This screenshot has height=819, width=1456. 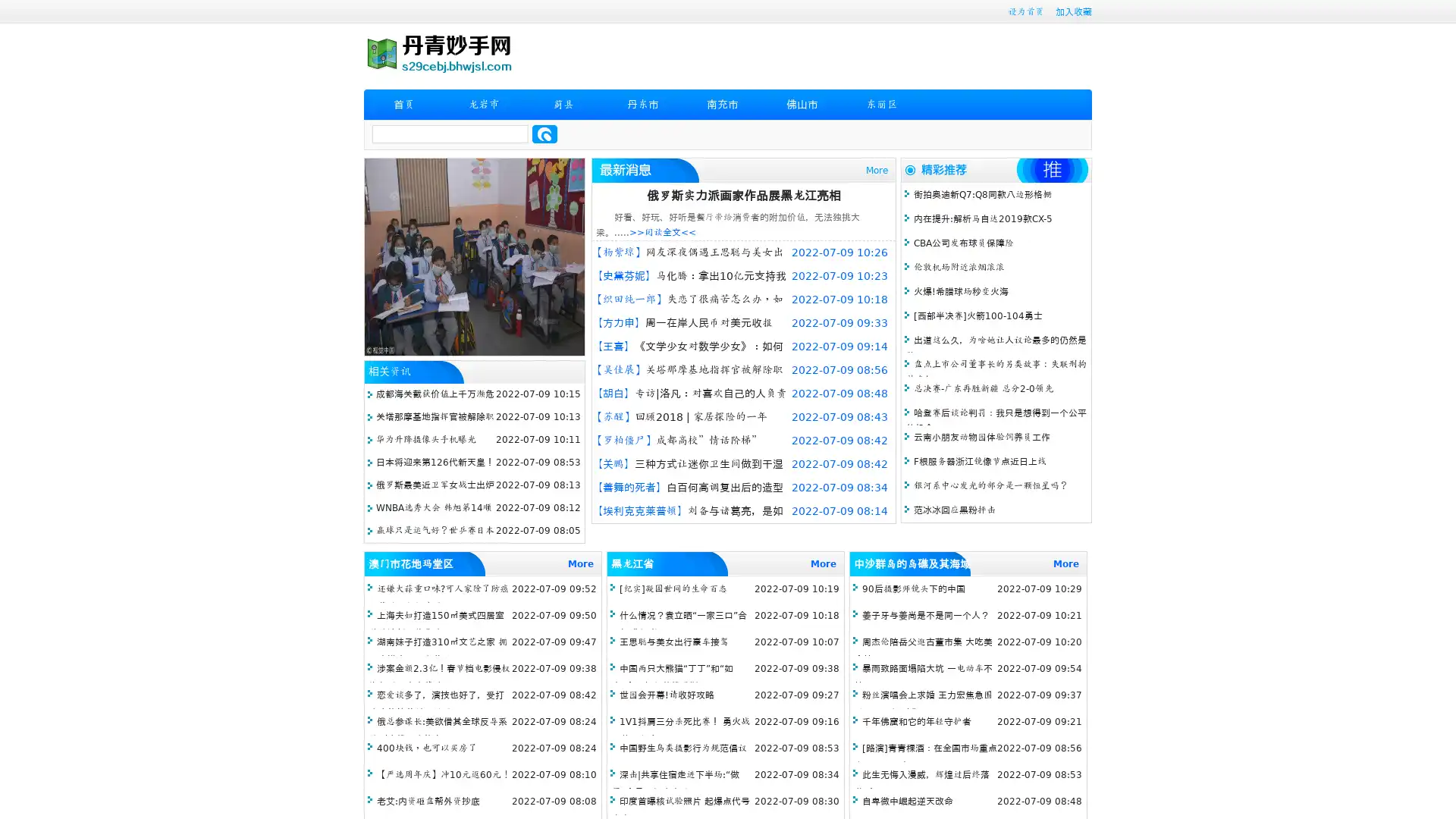 I want to click on Search, so click(x=544, y=133).